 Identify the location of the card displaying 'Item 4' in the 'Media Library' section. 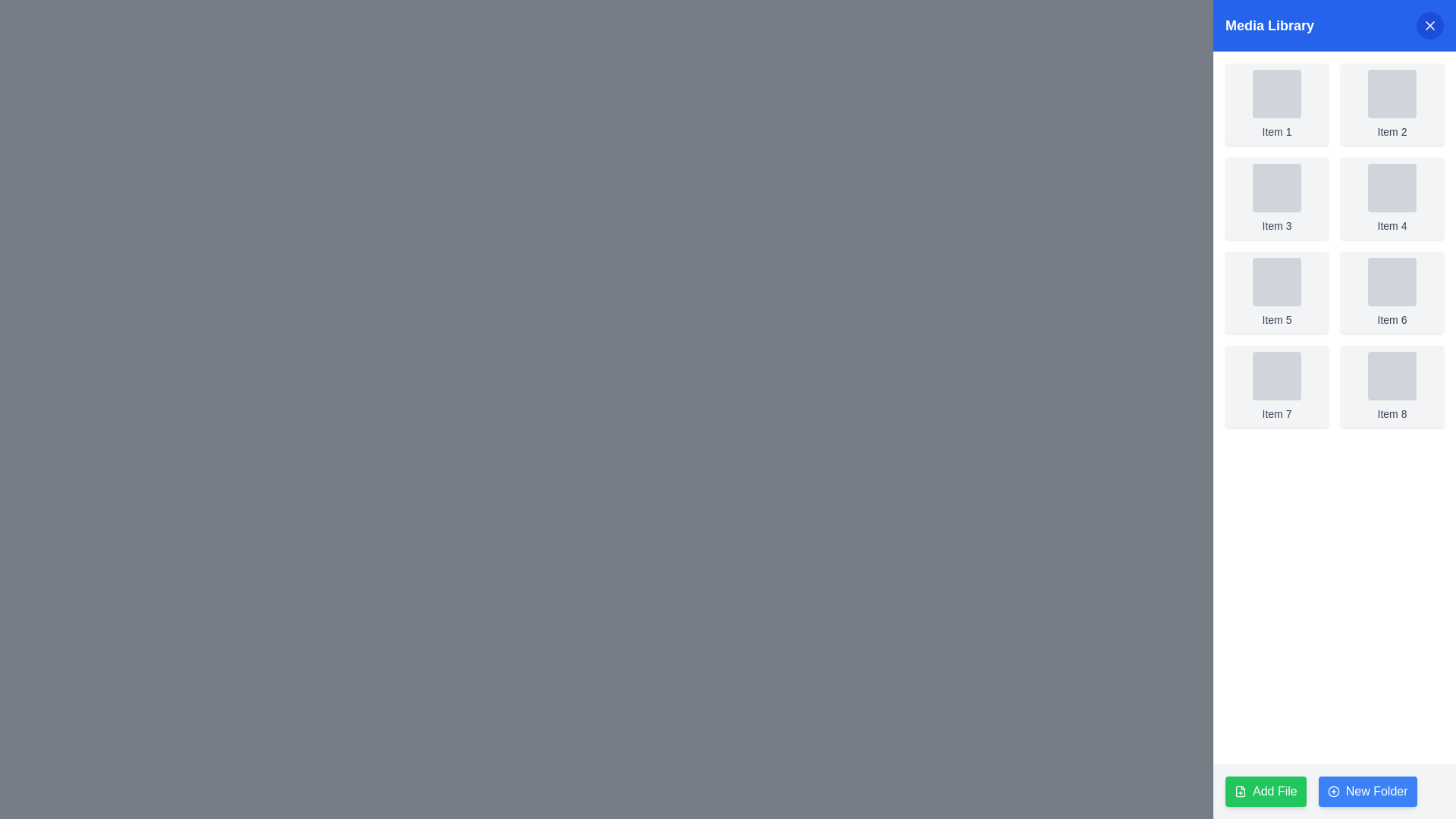
(1392, 198).